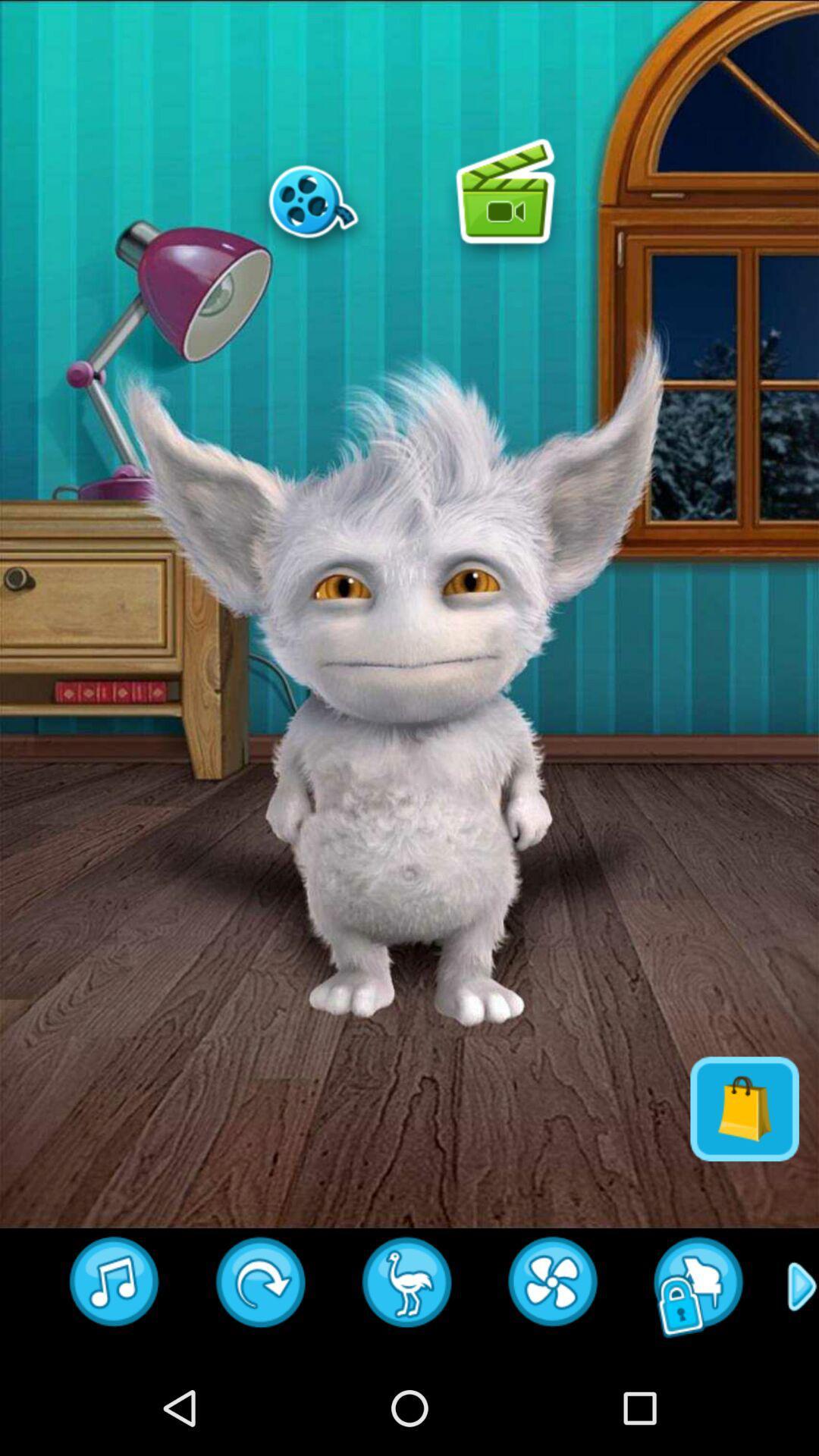 The height and width of the screenshot is (1456, 819). Describe the element at coordinates (114, 1286) in the screenshot. I see `music` at that location.